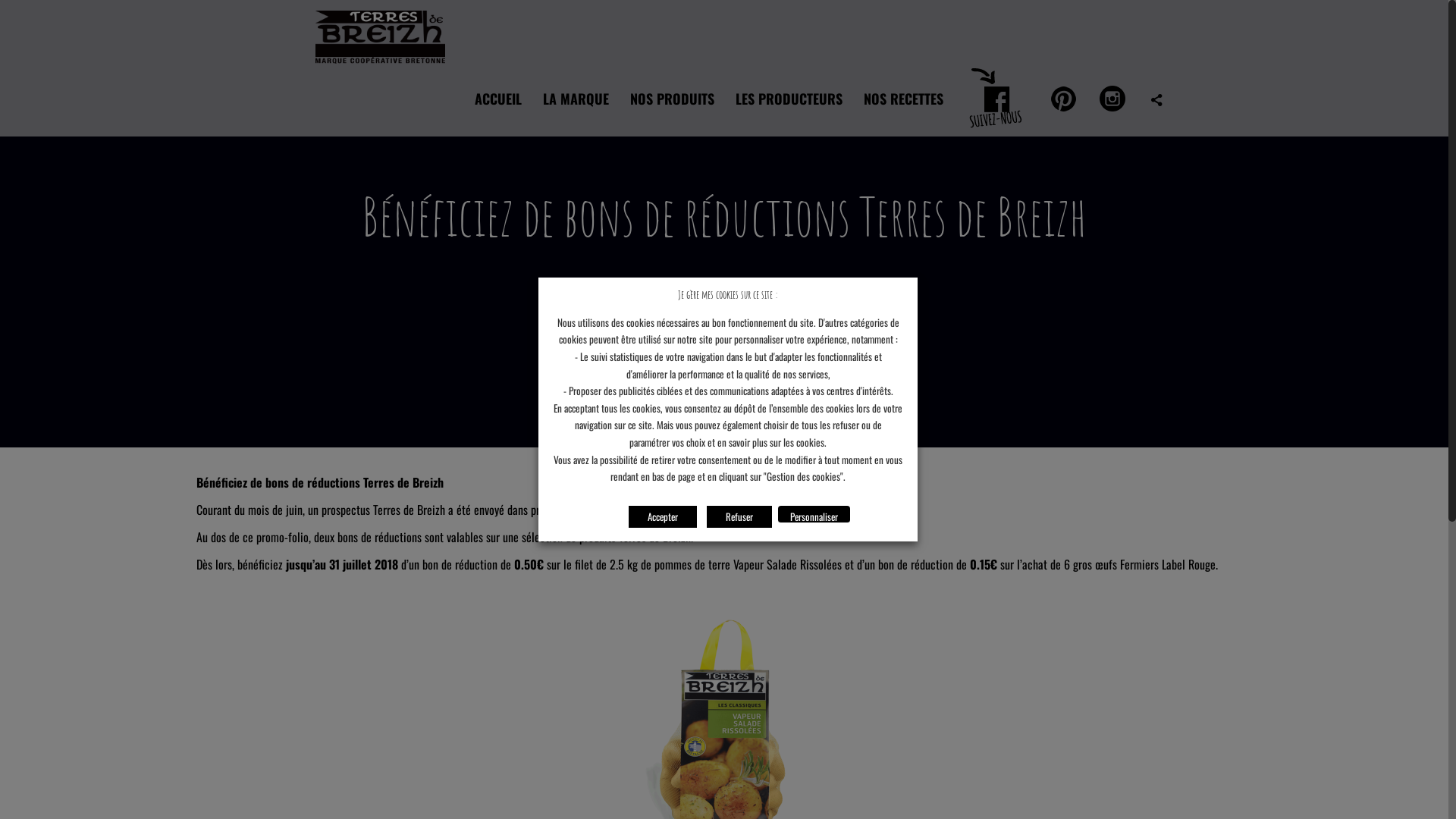  Describe the element at coordinates (380, 30) in the screenshot. I see `'Terres de Breizh'` at that location.